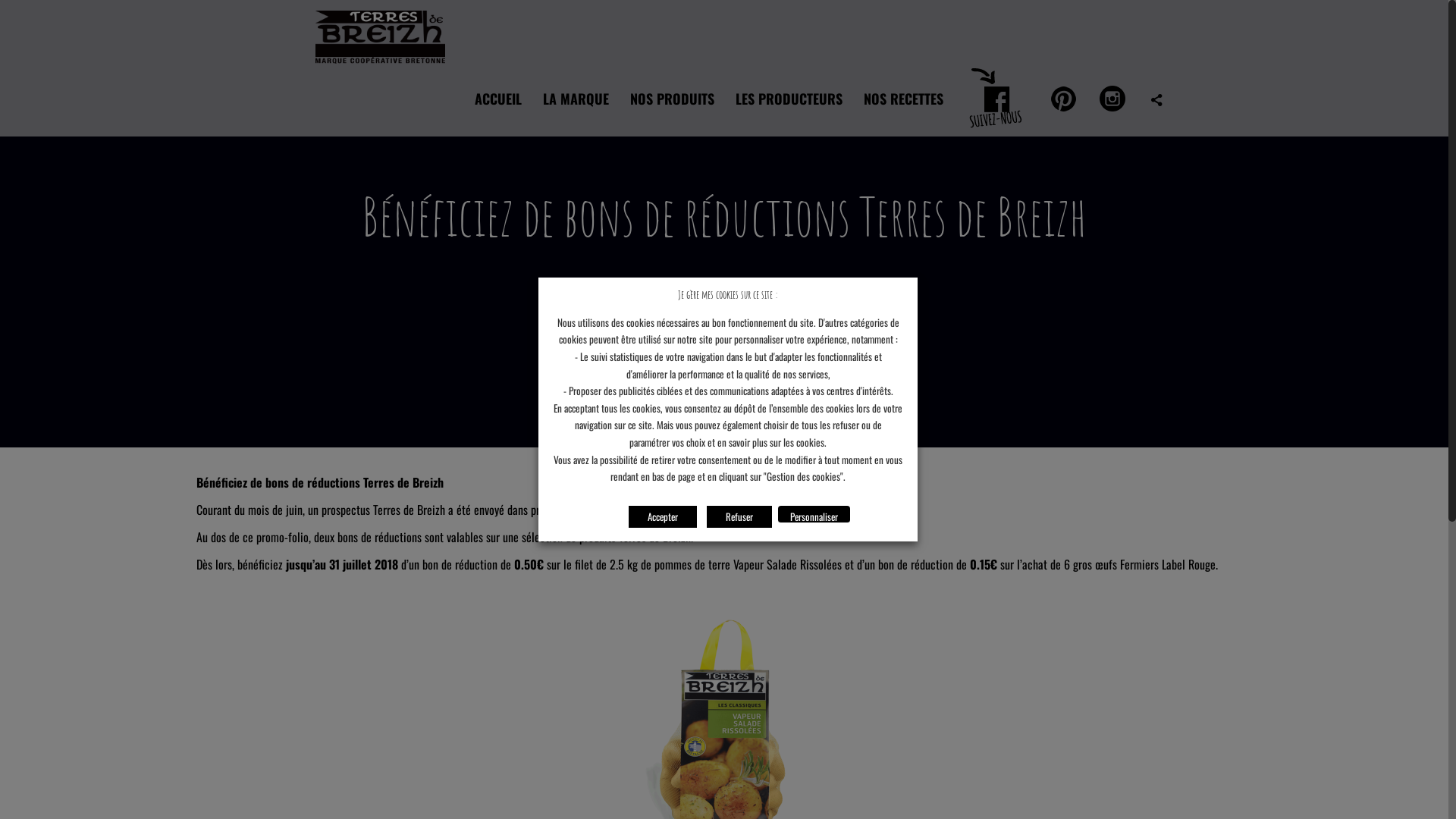  Describe the element at coordinates (380, 30) in the screenshot. I see `'Terres de Breizh'` at that location.